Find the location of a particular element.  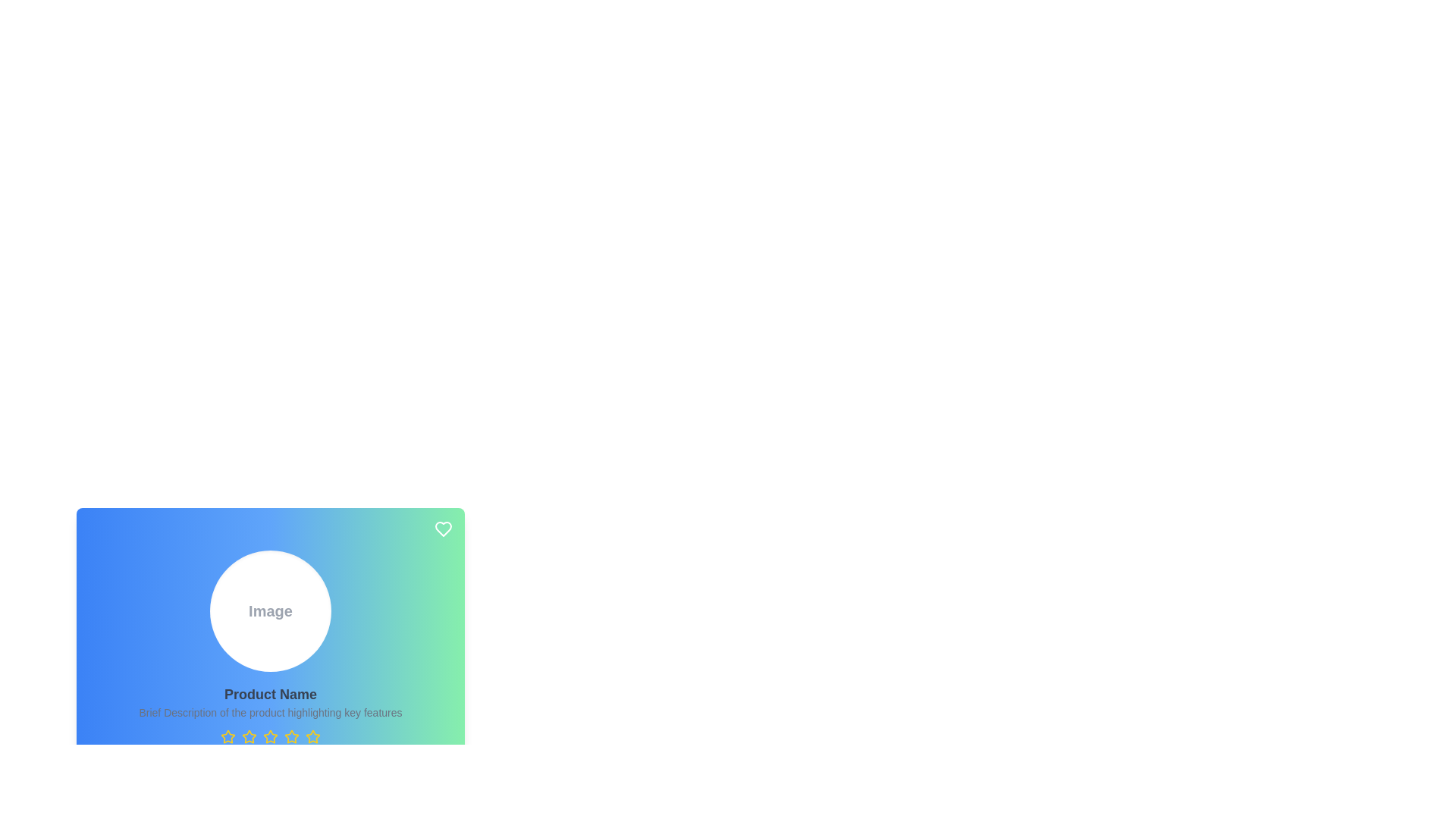

the heart-shaped icon located near the top-right corner of the gradient-colored section is located at coordinates (443, 529).